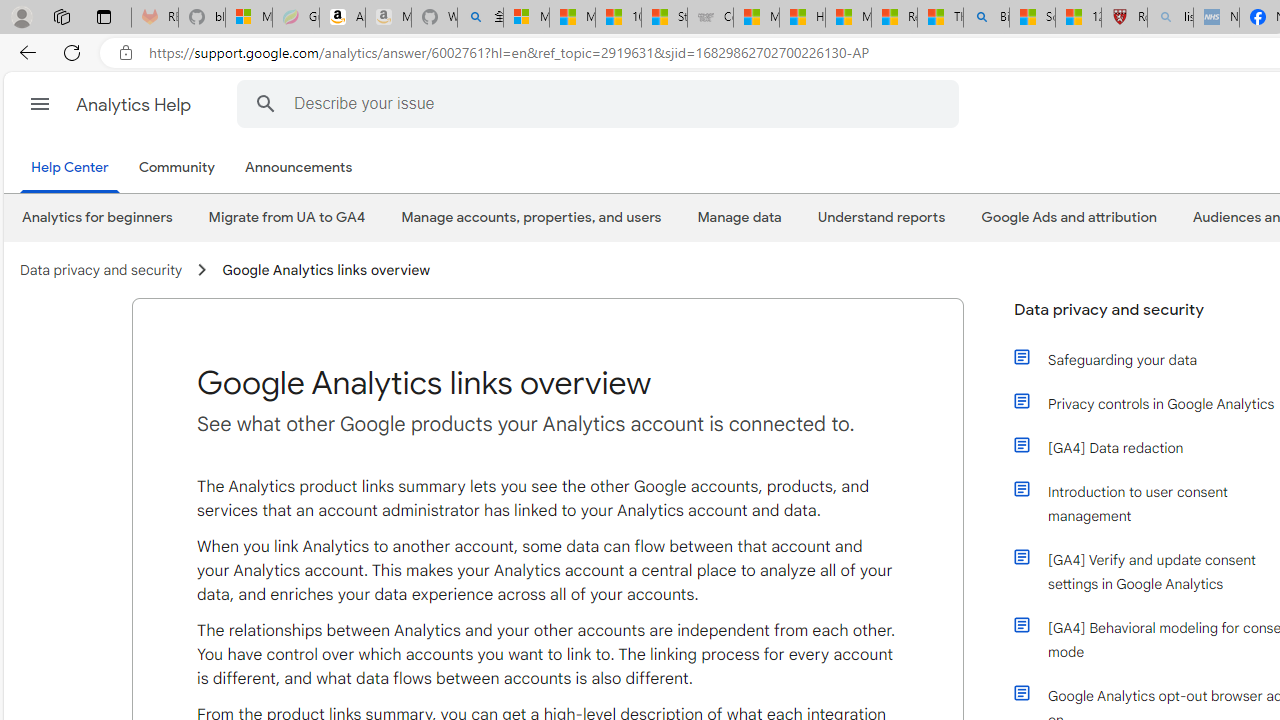 Image resolution: width=1280 pixels, height=720 pixels. I want to click on 'Science - MSN', so click(1032, 17).